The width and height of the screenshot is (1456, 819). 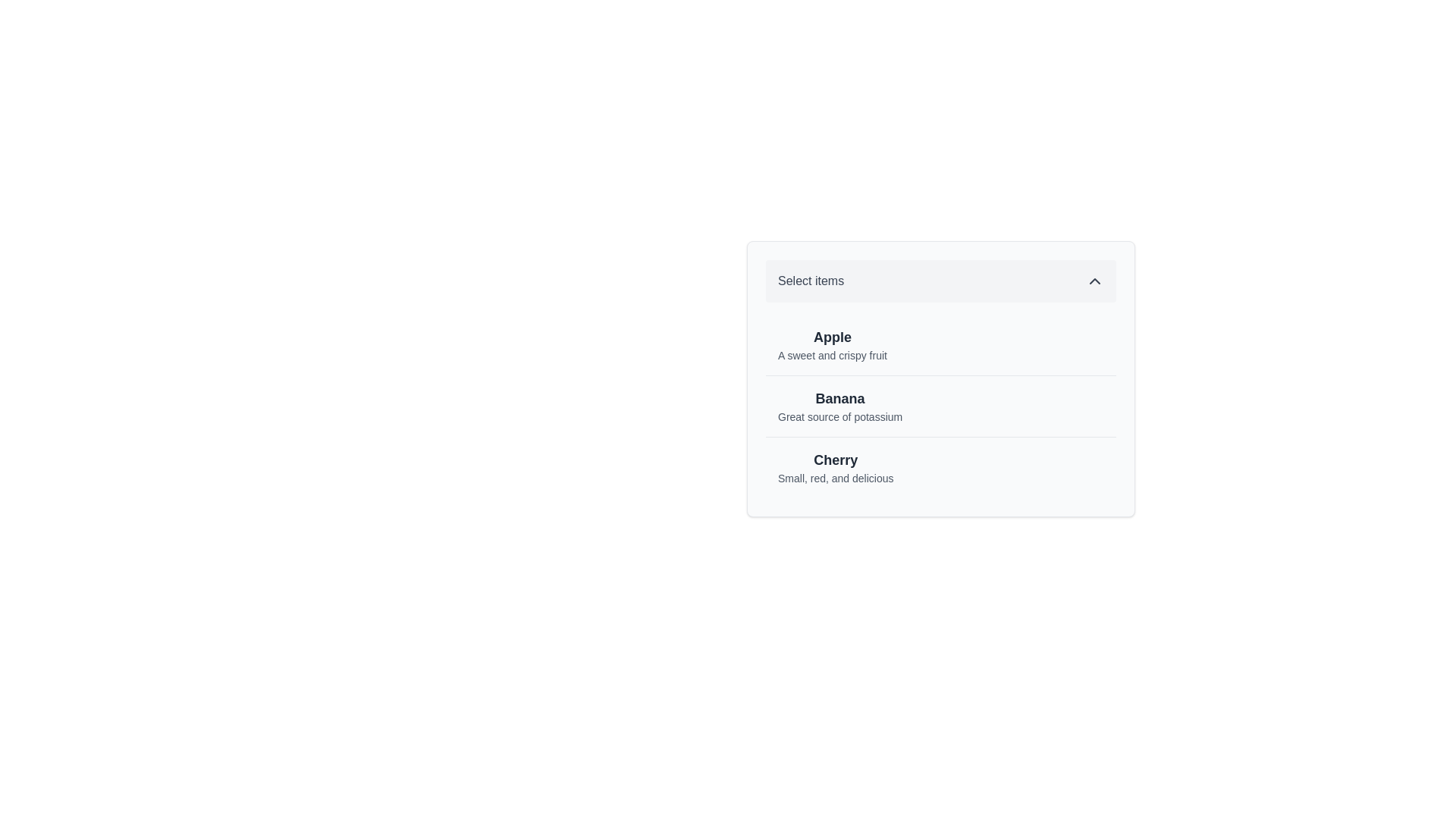 What do you see at coordinates (835, 467) in the screenshot?
I see `descriptive text of the Label with description element that contains 'Cherry' and 'Small, red, and delicious' located in the dropdown panel as the last item in the list` at bounding box center [835, 467].